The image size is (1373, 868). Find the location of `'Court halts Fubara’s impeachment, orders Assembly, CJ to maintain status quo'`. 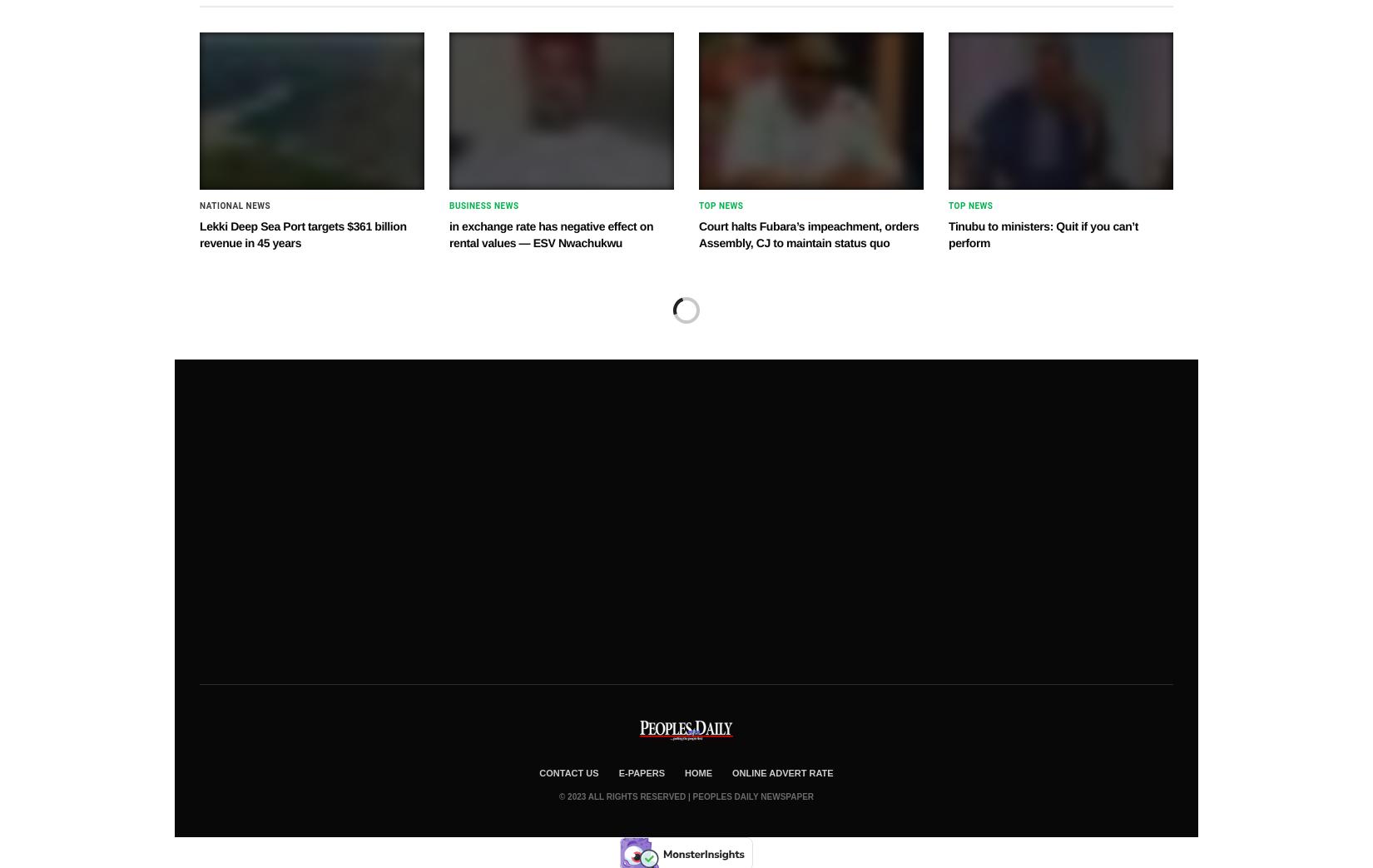

'Court halts Fubara’s impeachment, orders Assembly, CJ to maintain status quo' is located at coordinates (809, 234).